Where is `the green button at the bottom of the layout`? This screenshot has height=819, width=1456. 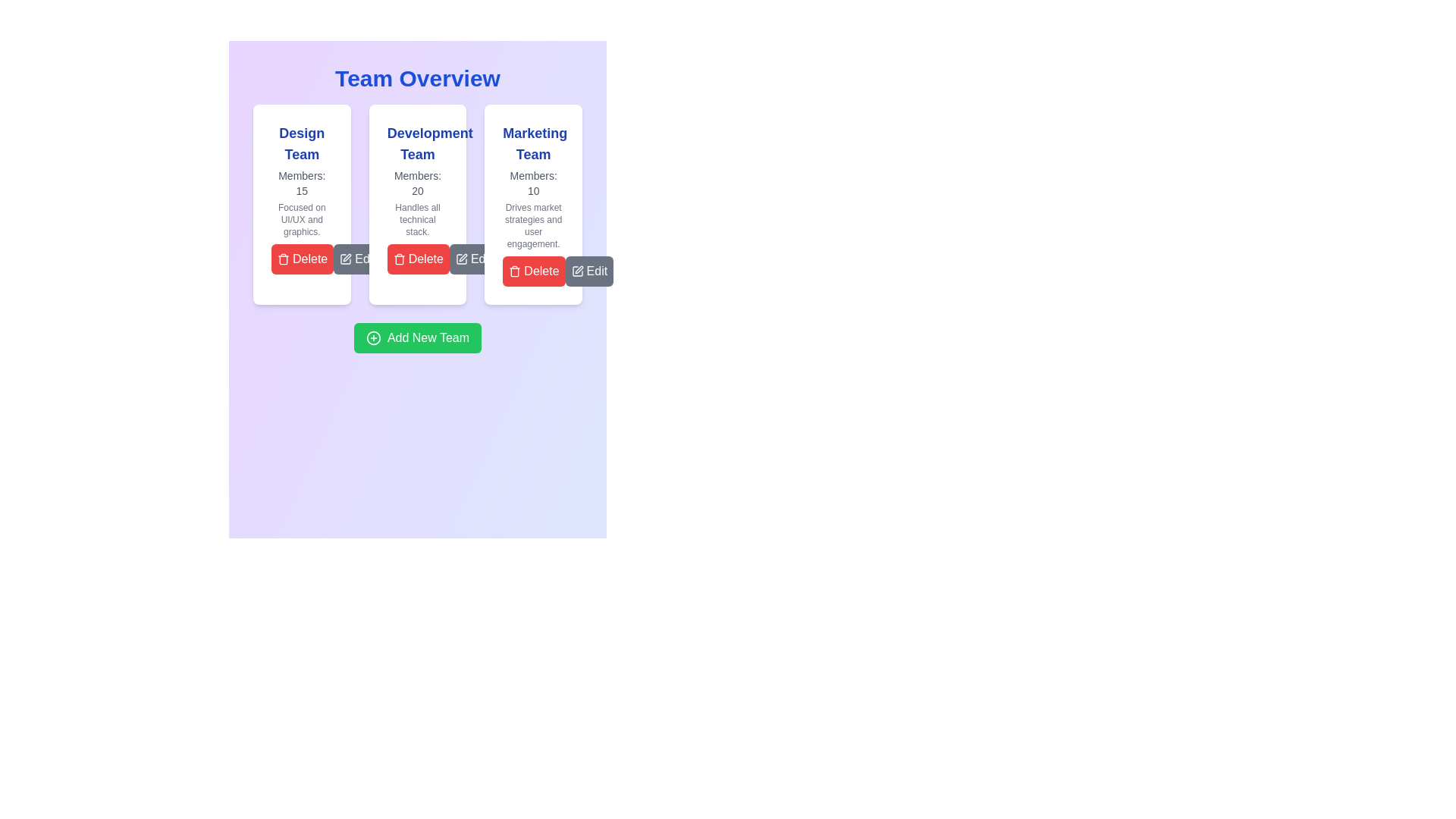 the green button at the bottom of the layout is located at coordinates (418, 337).